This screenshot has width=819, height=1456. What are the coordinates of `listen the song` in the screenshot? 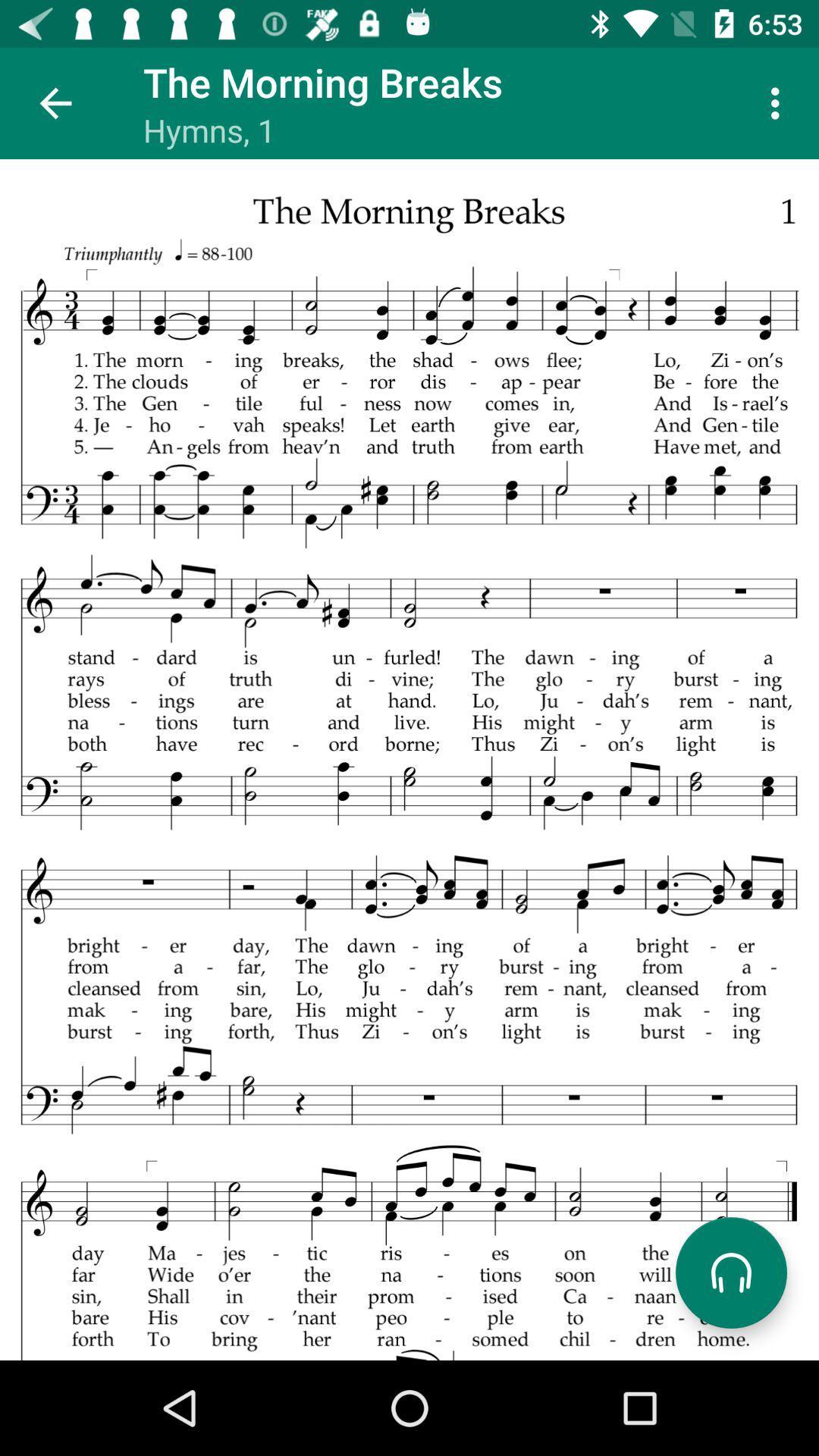 It's located at (730, 1272).